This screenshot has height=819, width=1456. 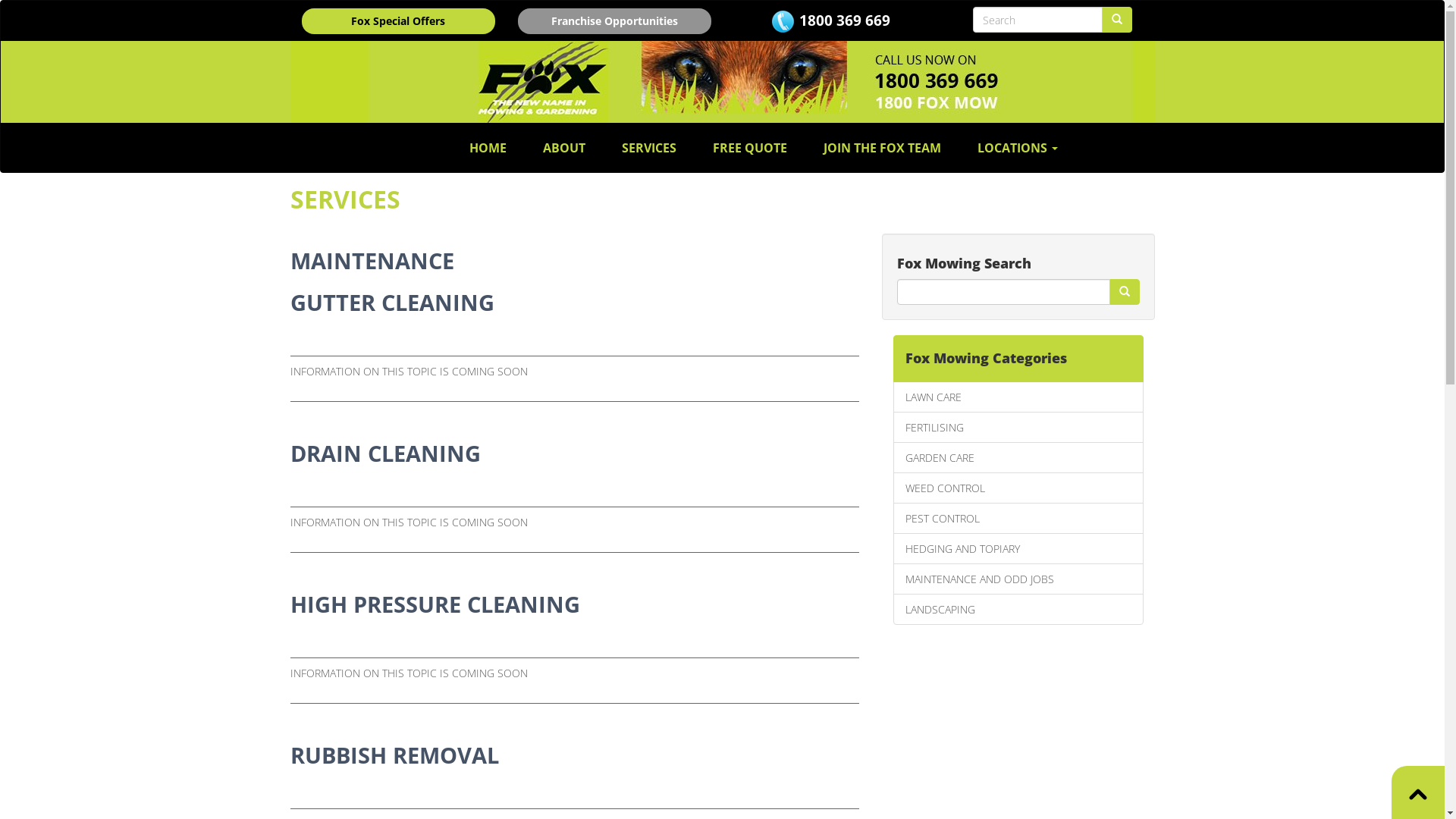 What do you see at coordinates (398, 20) in the screenshot?
I see `'Fox Special Offers'` at bounding box center [398, 20].